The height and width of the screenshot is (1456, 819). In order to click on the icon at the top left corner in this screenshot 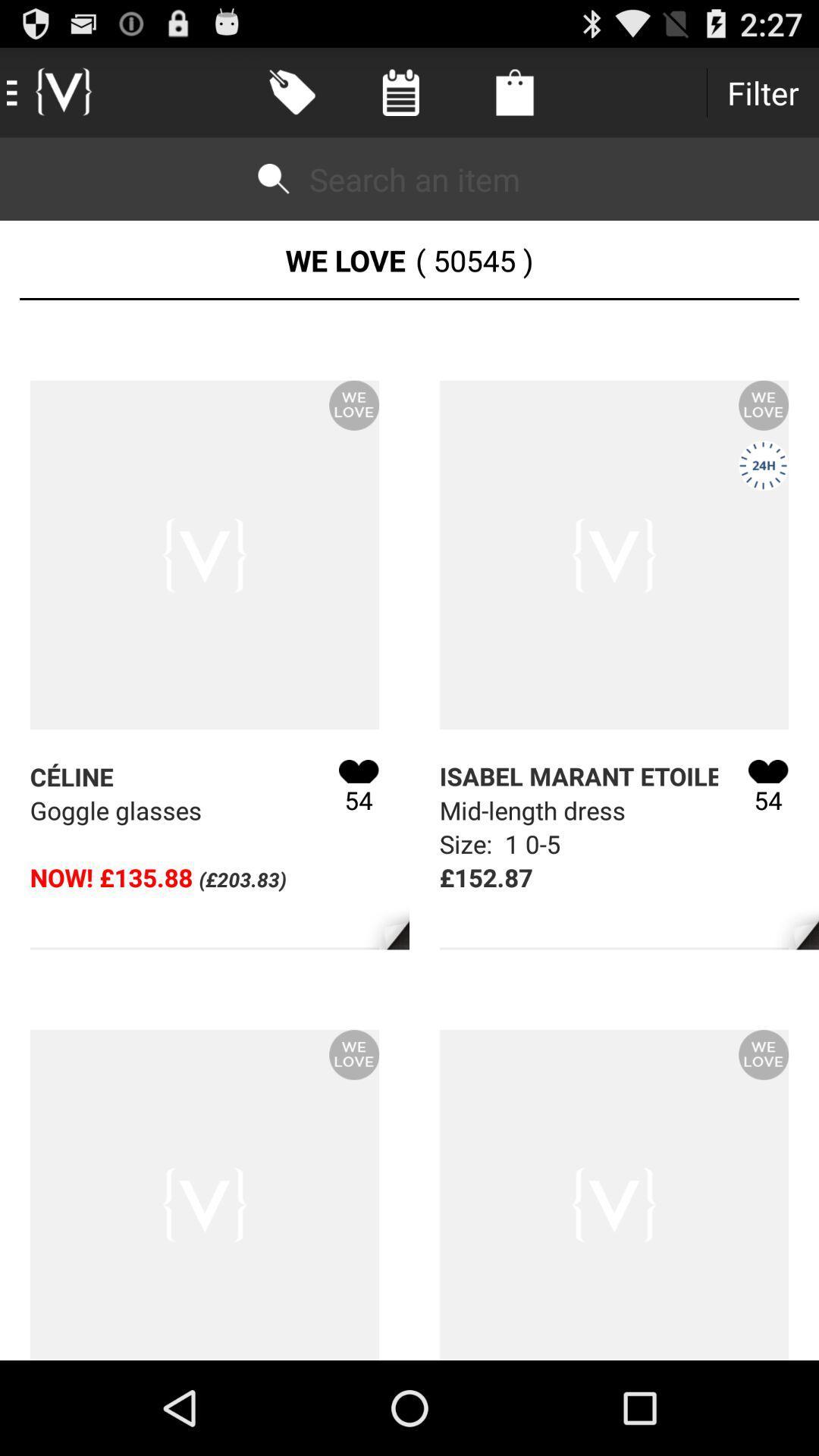, I will do `click(51, 92)`.